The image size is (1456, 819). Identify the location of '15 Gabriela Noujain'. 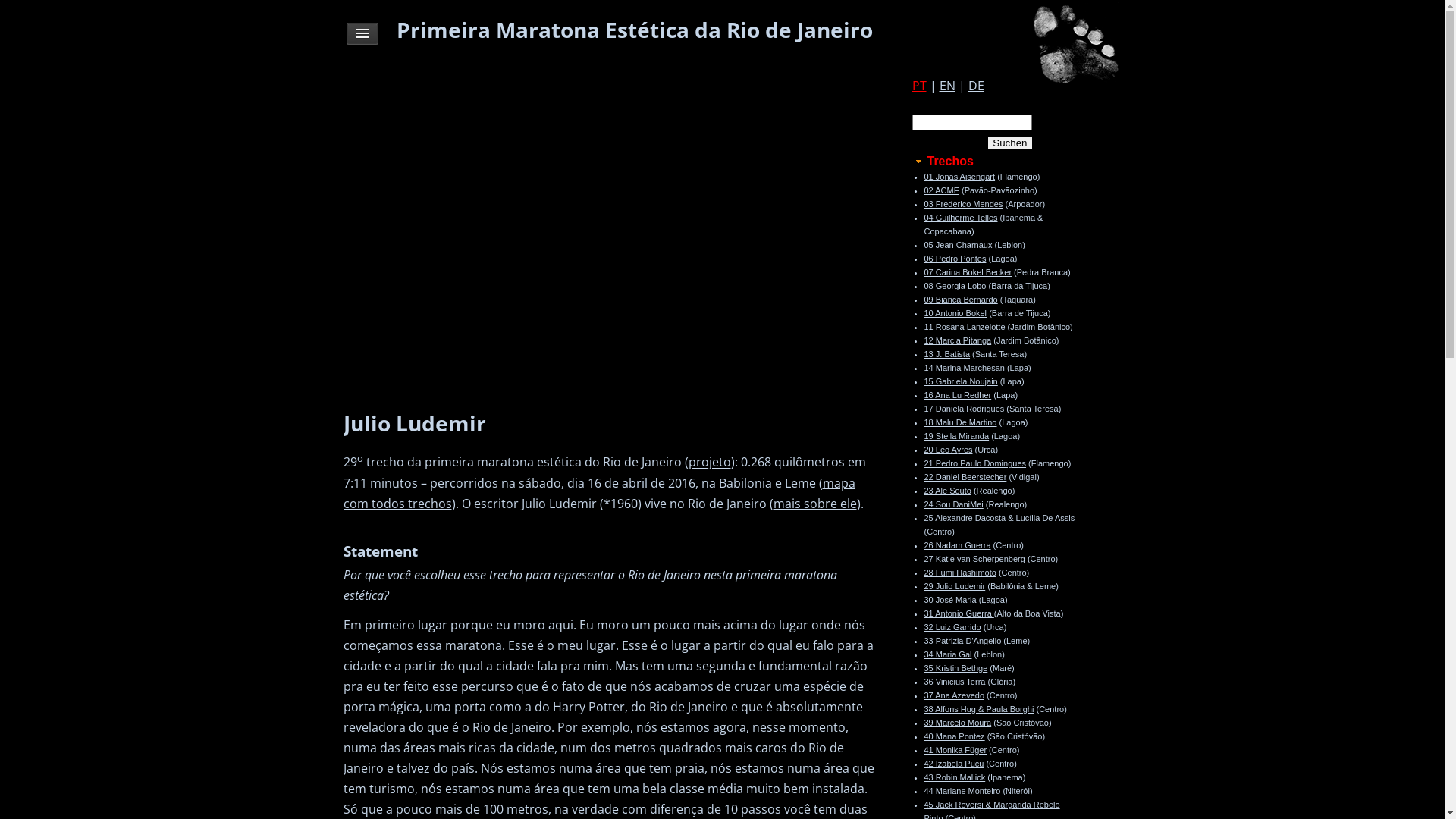
(959, 380).